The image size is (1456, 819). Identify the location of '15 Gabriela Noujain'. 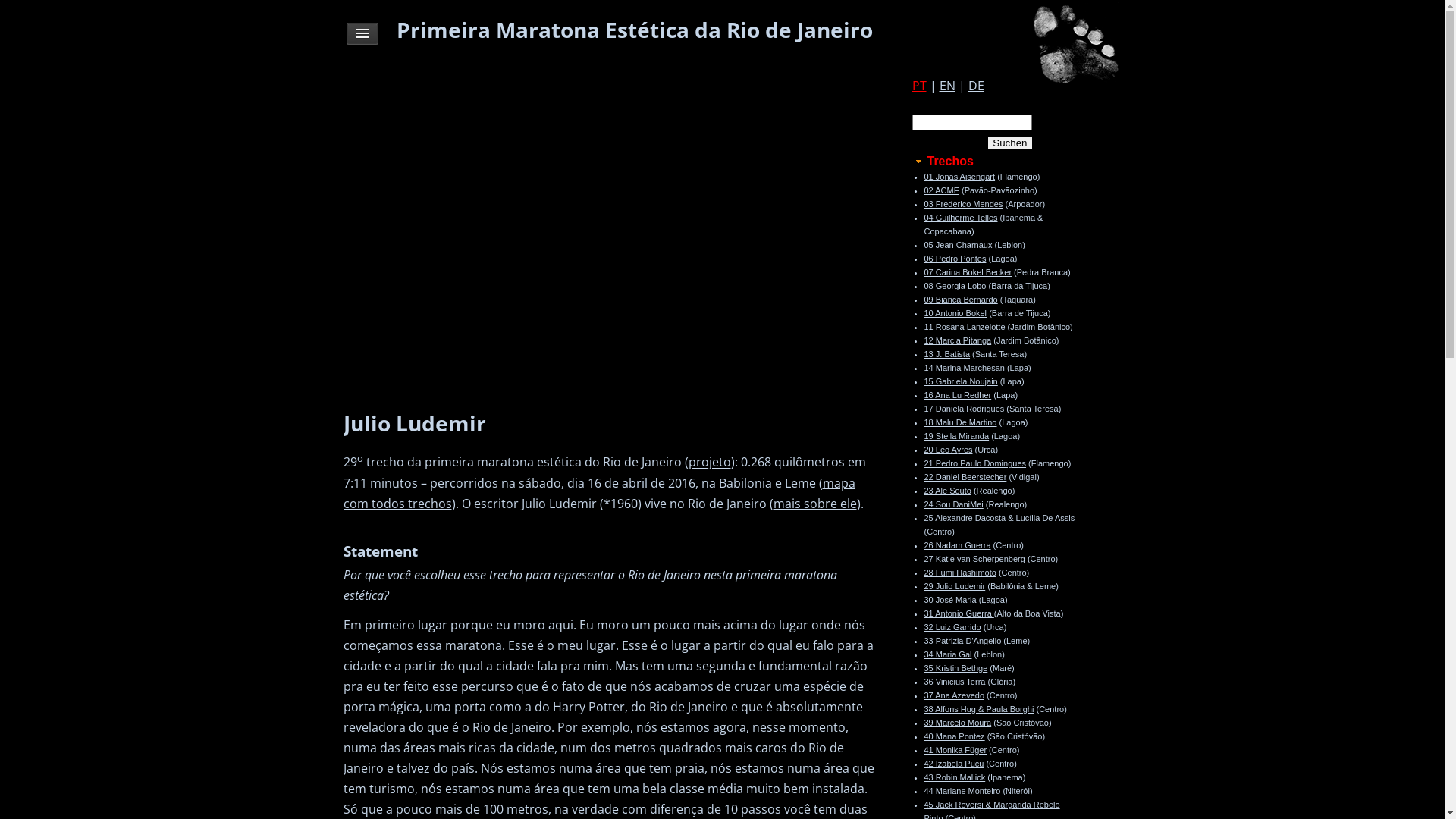
(959, 380).